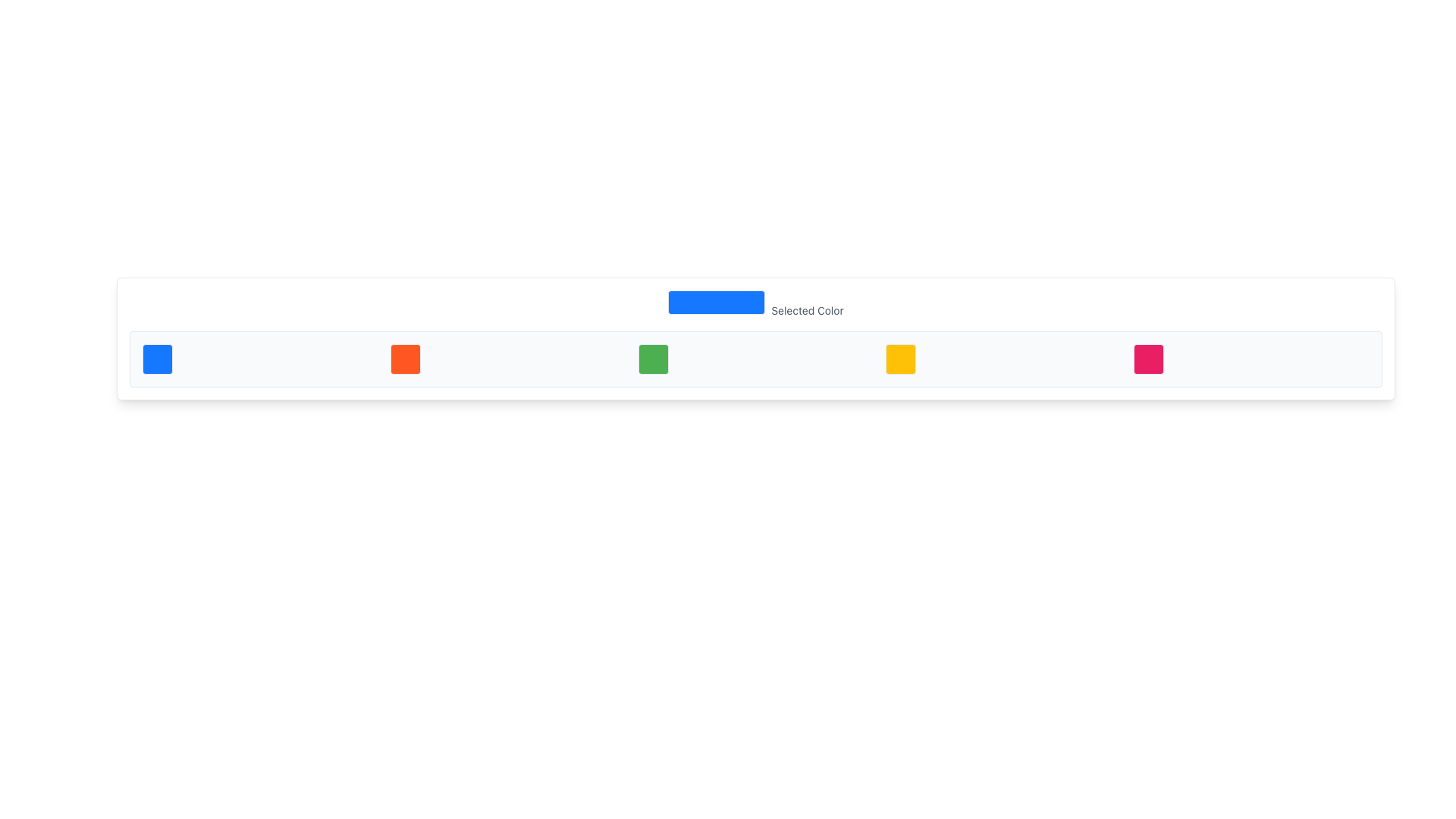 The height and width of the screenshot is (819, 1456). I want to click on the third colored box in a row of five squares within the grid layout, serving as a selectable item, so click(653, 359).